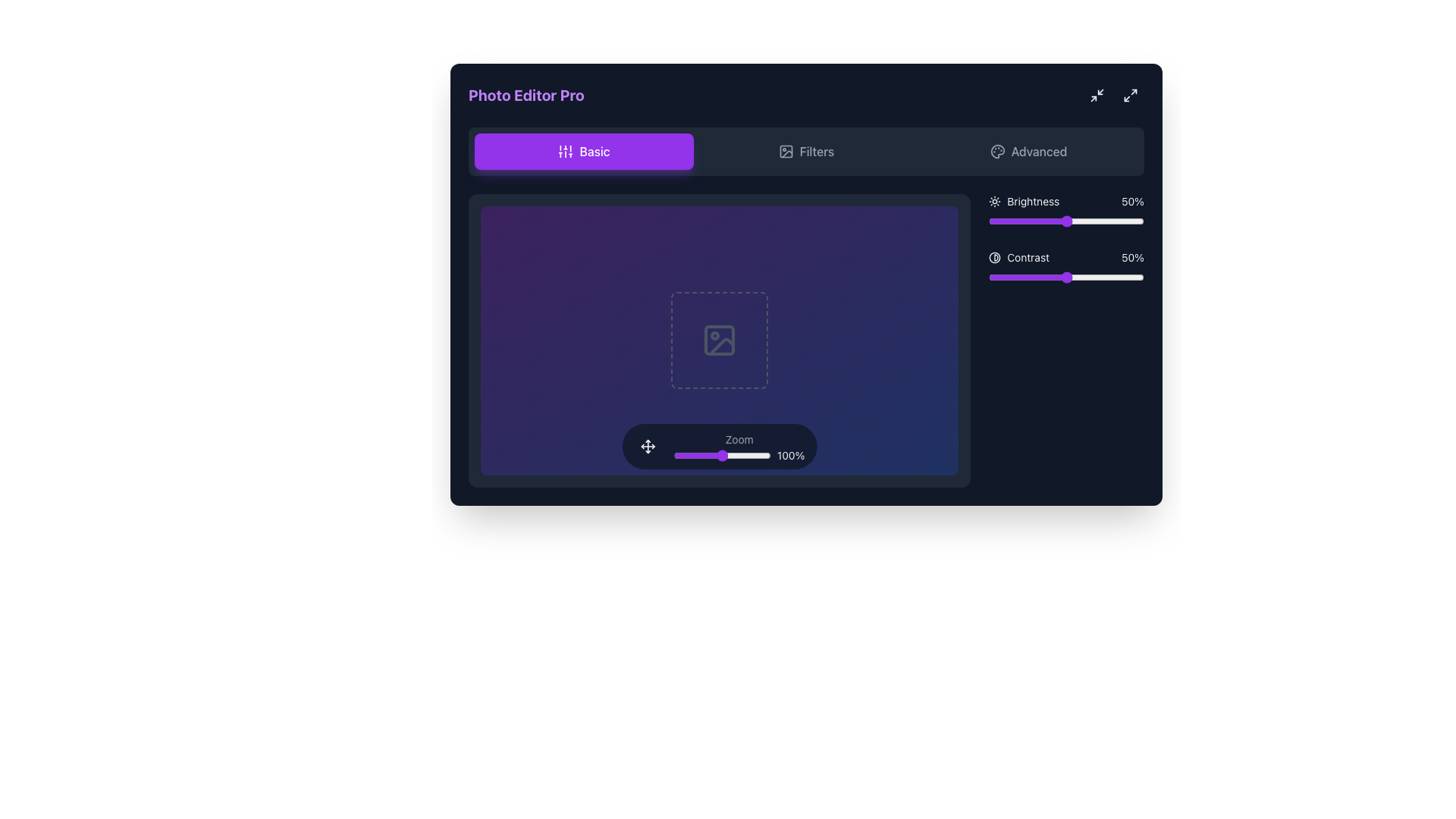  I want to click on the zoom level, so click(739, 454).